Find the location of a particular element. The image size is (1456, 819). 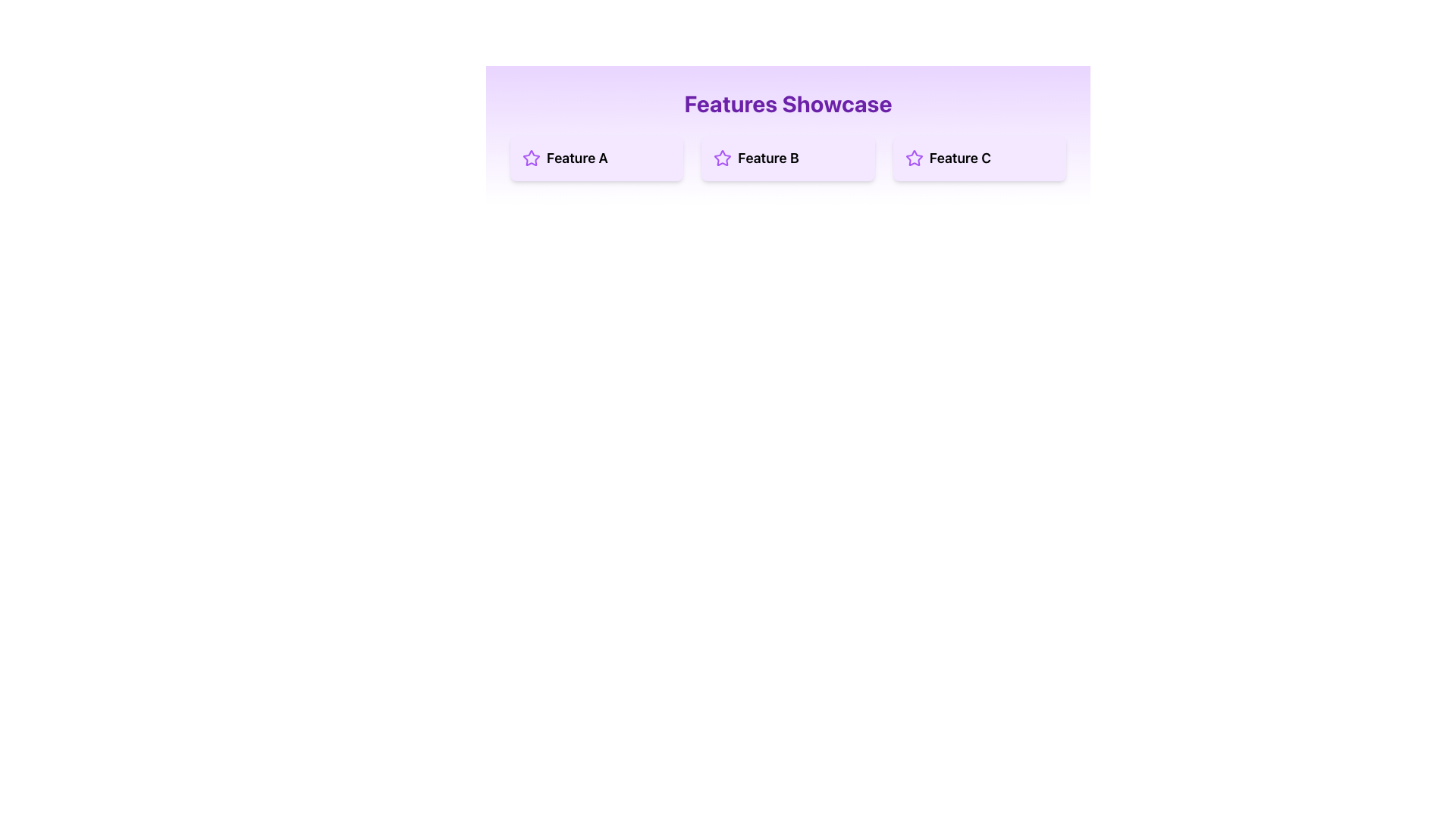

the 'Feature B' informational card located at the center of the row, between 'Feature A' and 'Feature C' is located at coordinates (788, 158).